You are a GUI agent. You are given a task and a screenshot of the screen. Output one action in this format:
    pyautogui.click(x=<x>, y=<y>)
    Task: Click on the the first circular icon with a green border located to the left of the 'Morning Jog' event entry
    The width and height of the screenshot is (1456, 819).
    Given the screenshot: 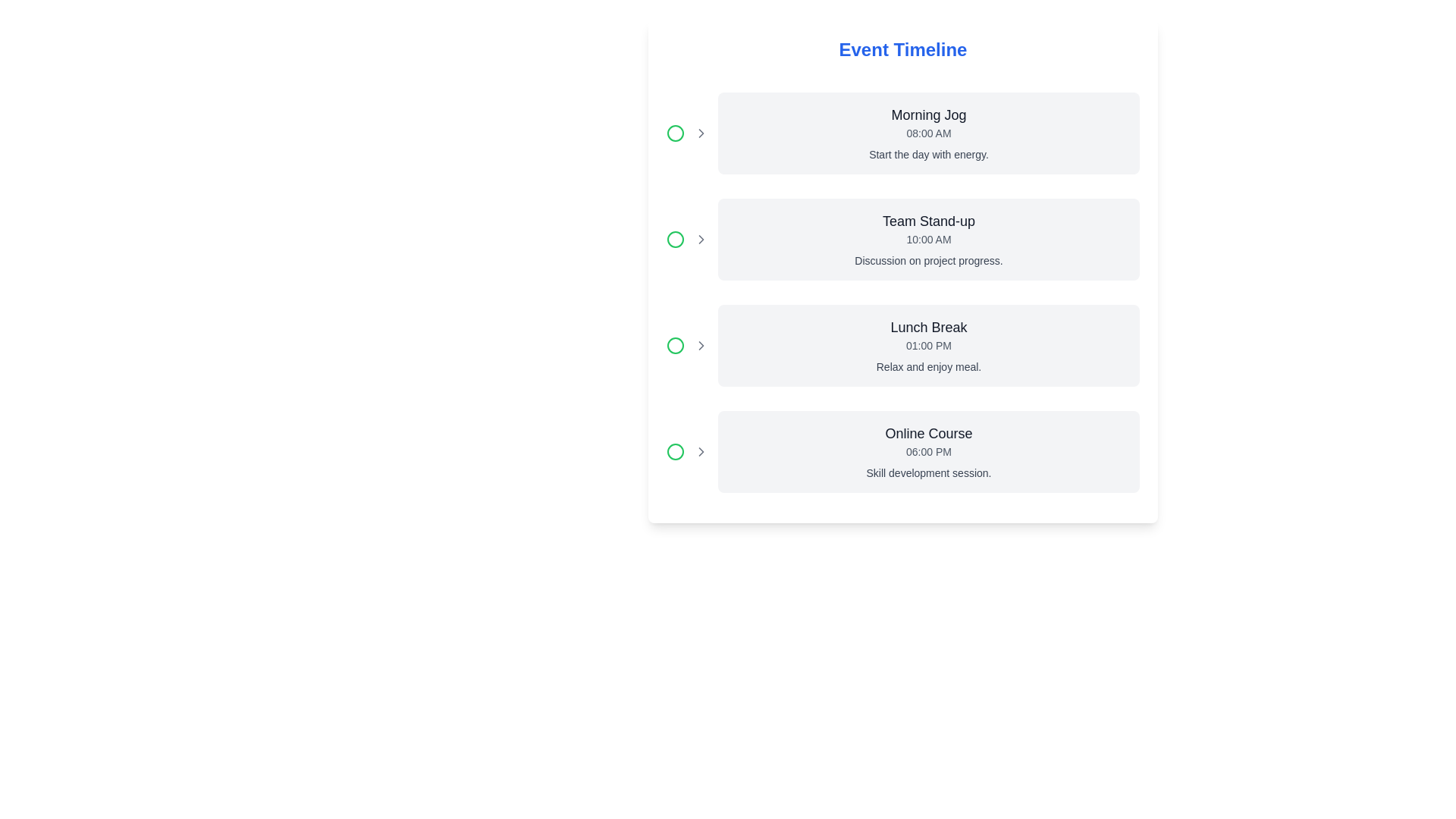 What is the action you would take?
    pyautogui.click(x=675, y=133)
    